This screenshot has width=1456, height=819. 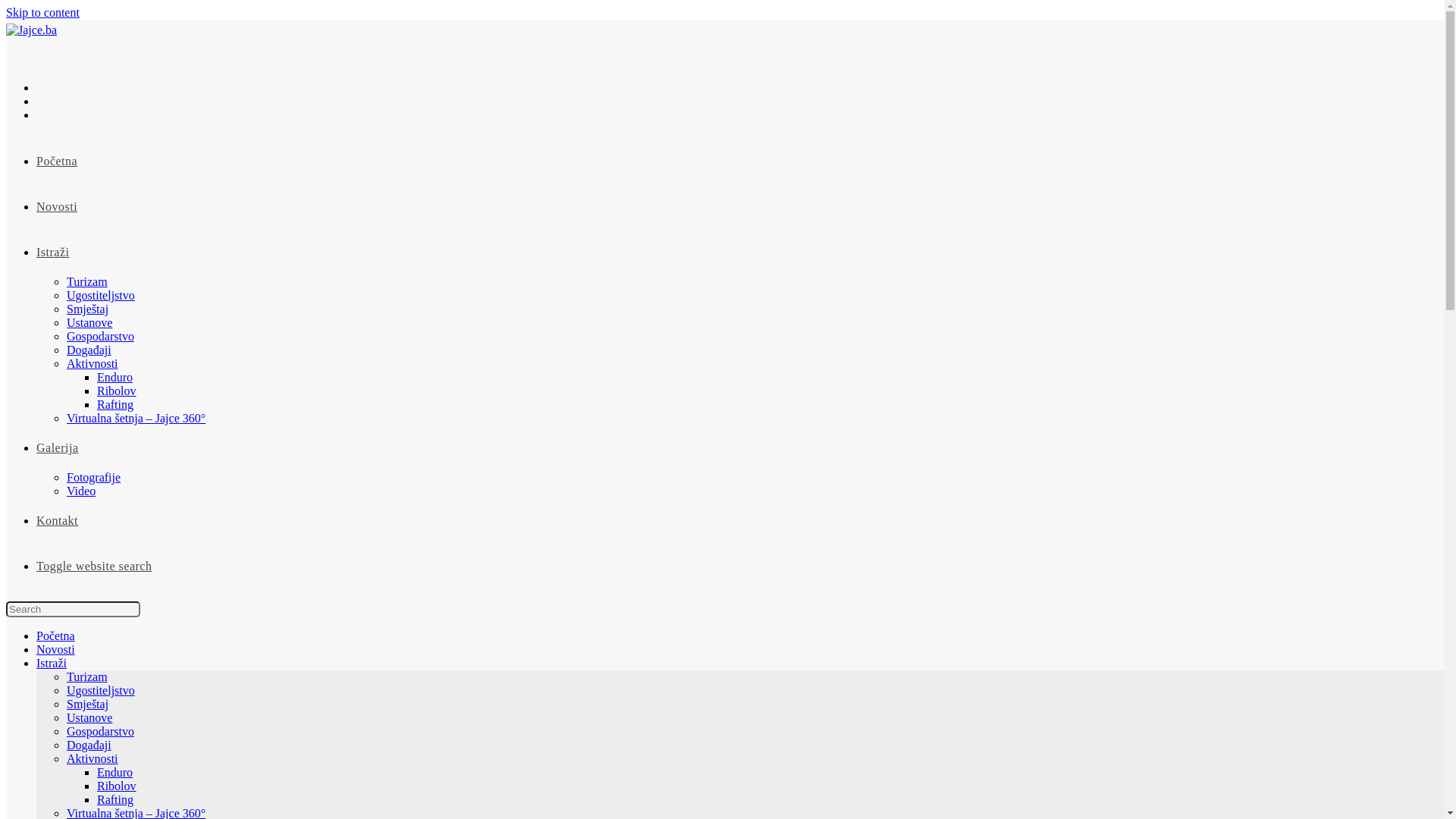 I want to click on 'Gospodarstvo', so click(x=99, y=335).